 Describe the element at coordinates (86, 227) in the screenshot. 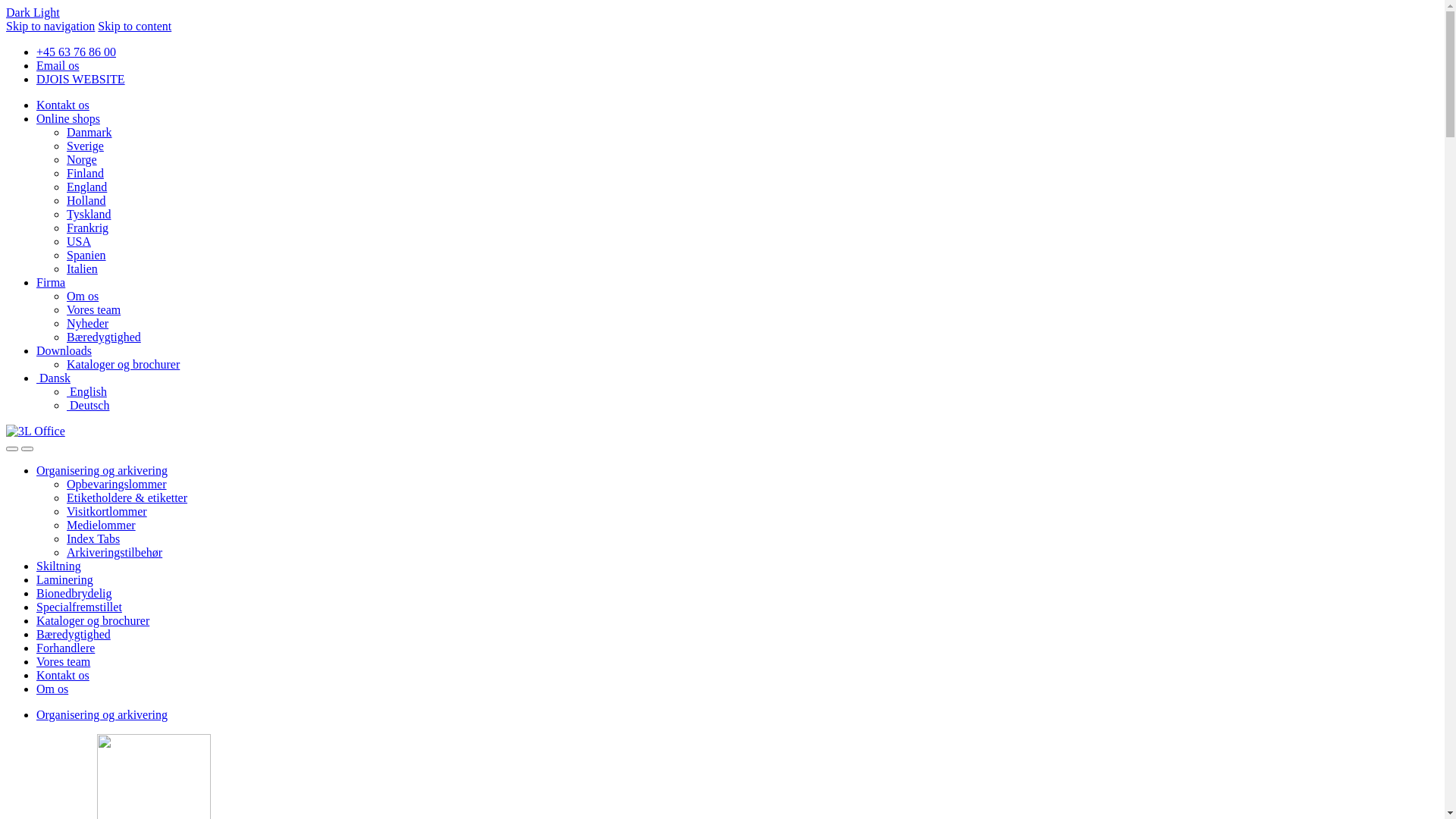

I see `'Frankrig'` at that location.